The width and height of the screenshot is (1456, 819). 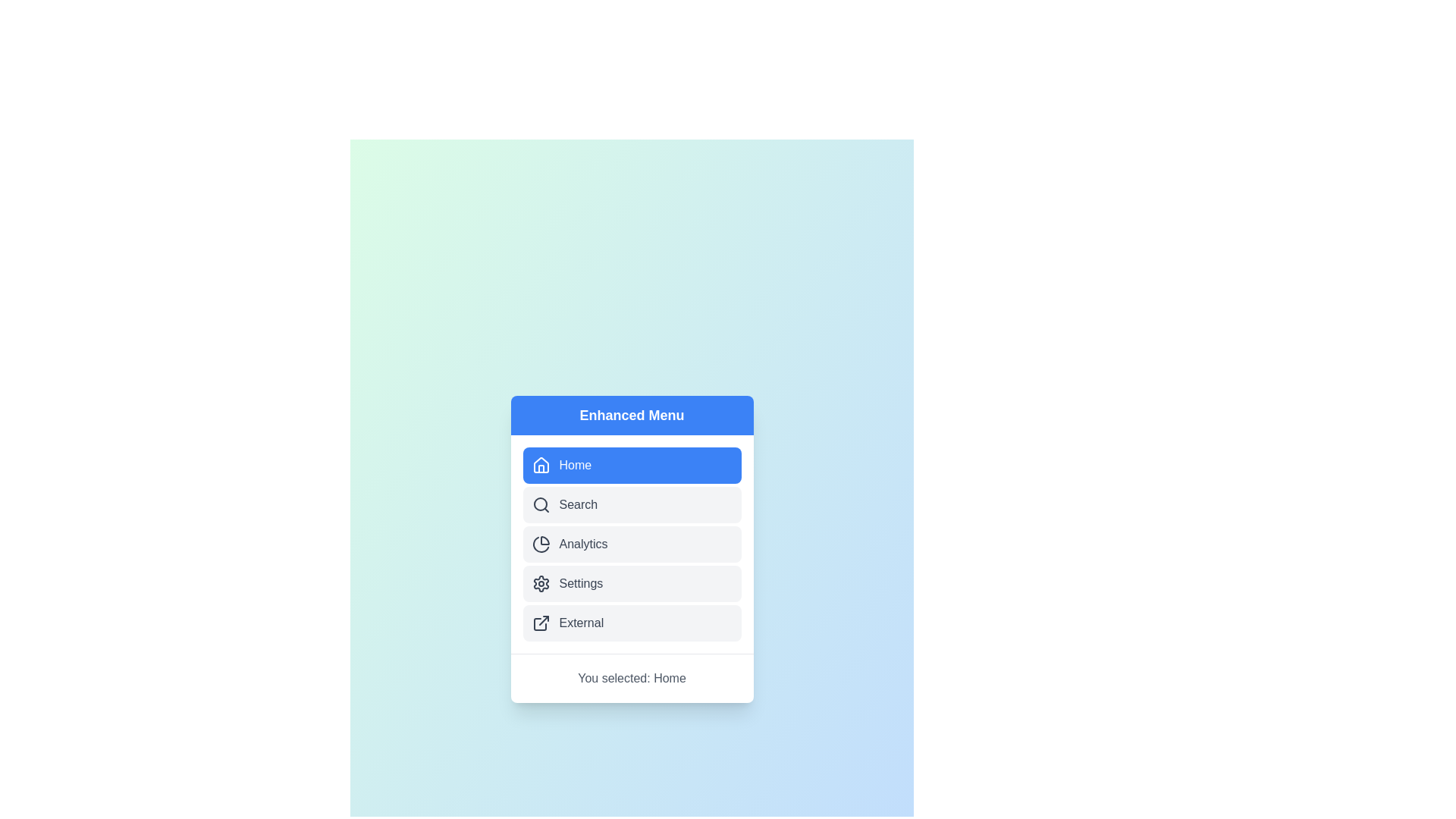 What do you see at coordinates (632, 623) in the screenshot?
I see `the menu item labeled External to view its hover effect` at bounding box center [632, 623].